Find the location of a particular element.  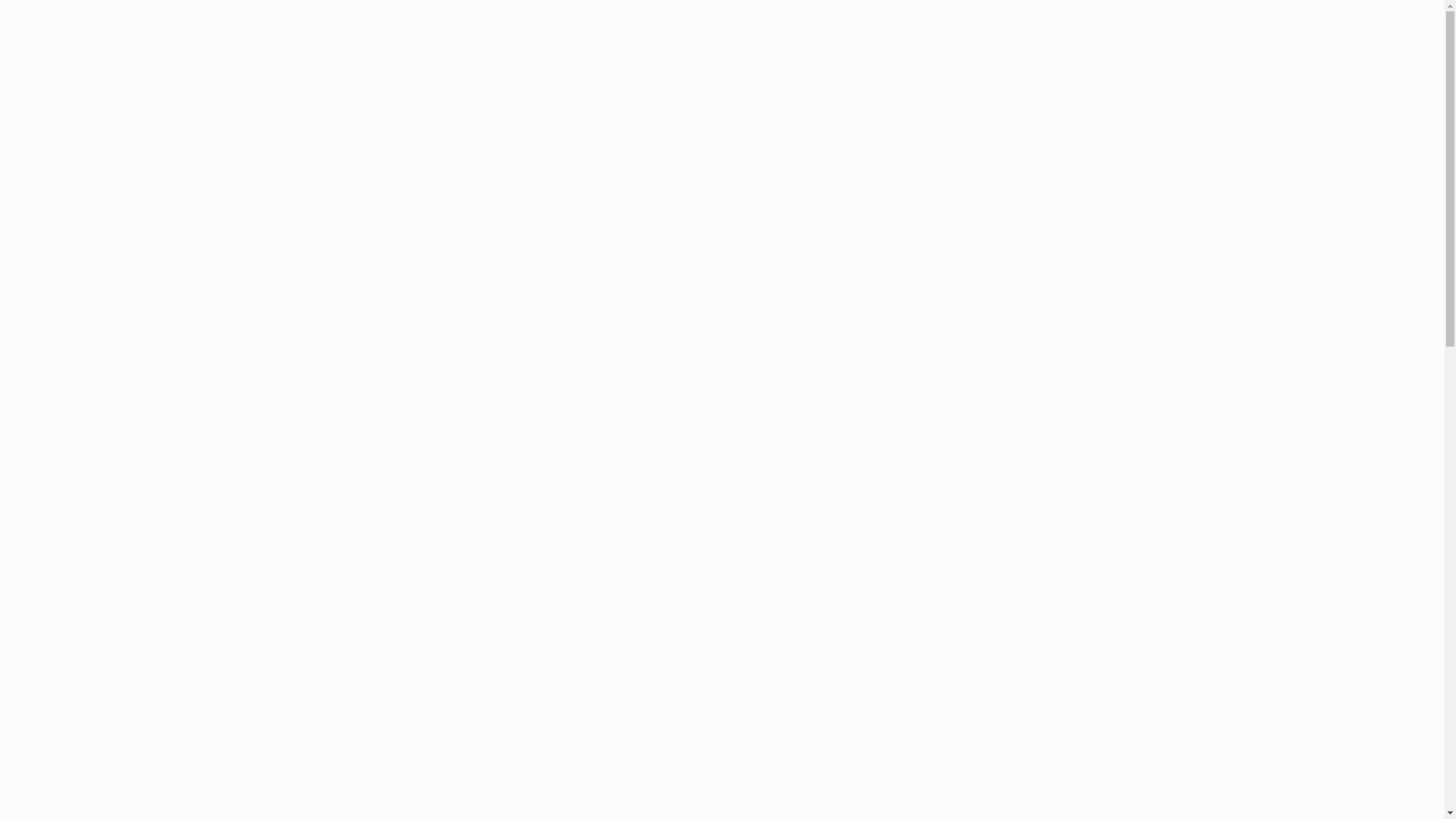

'Acteur.ice.s' is located at coordinates (886, 45).